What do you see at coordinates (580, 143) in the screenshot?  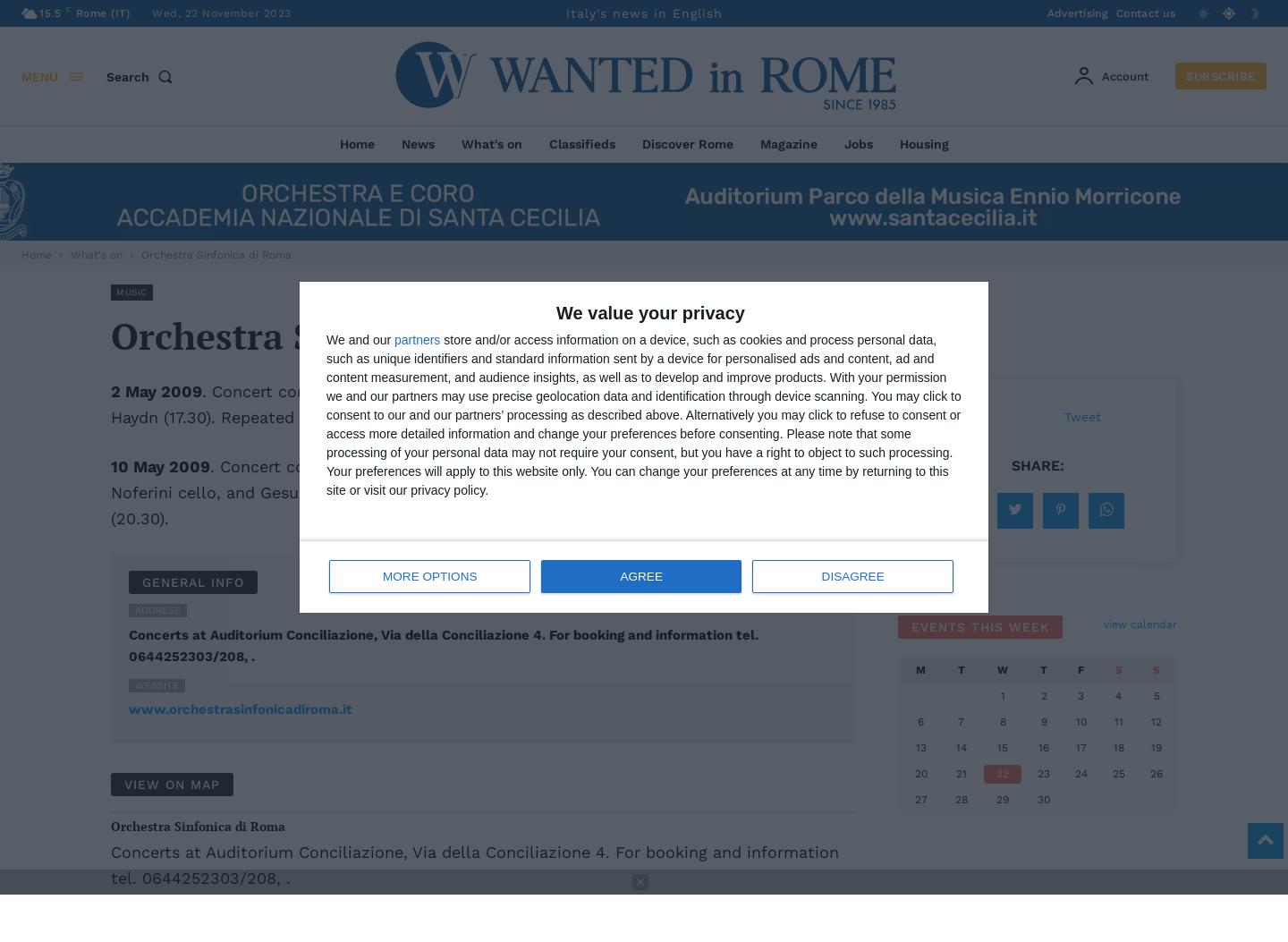 I see `'Classifieds'` at bounding box center [580, 143].